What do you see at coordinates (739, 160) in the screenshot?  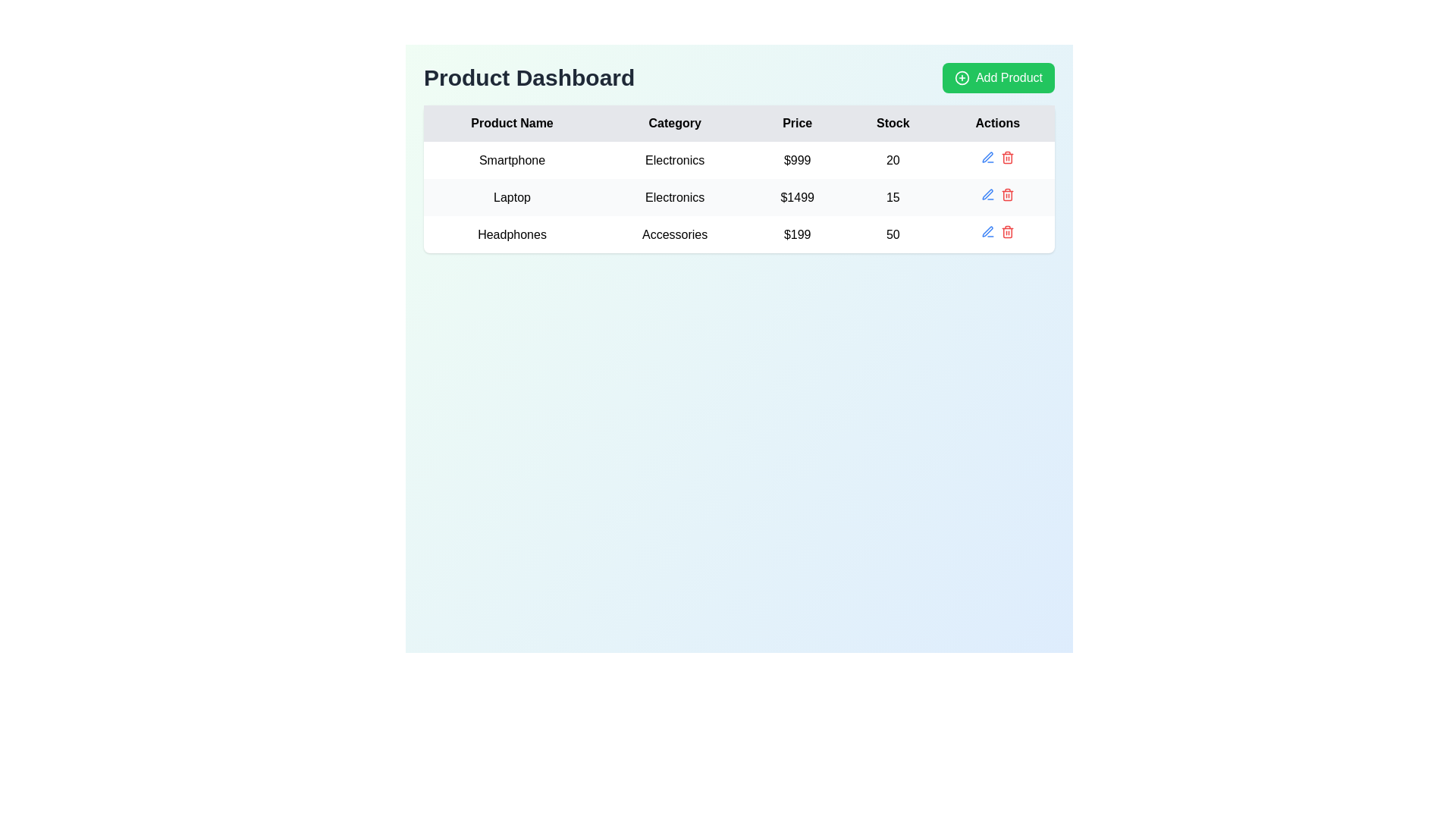 I see `the first row of the product entry table in the 'Product Dashboard' section` at bounding box center [739, 160].